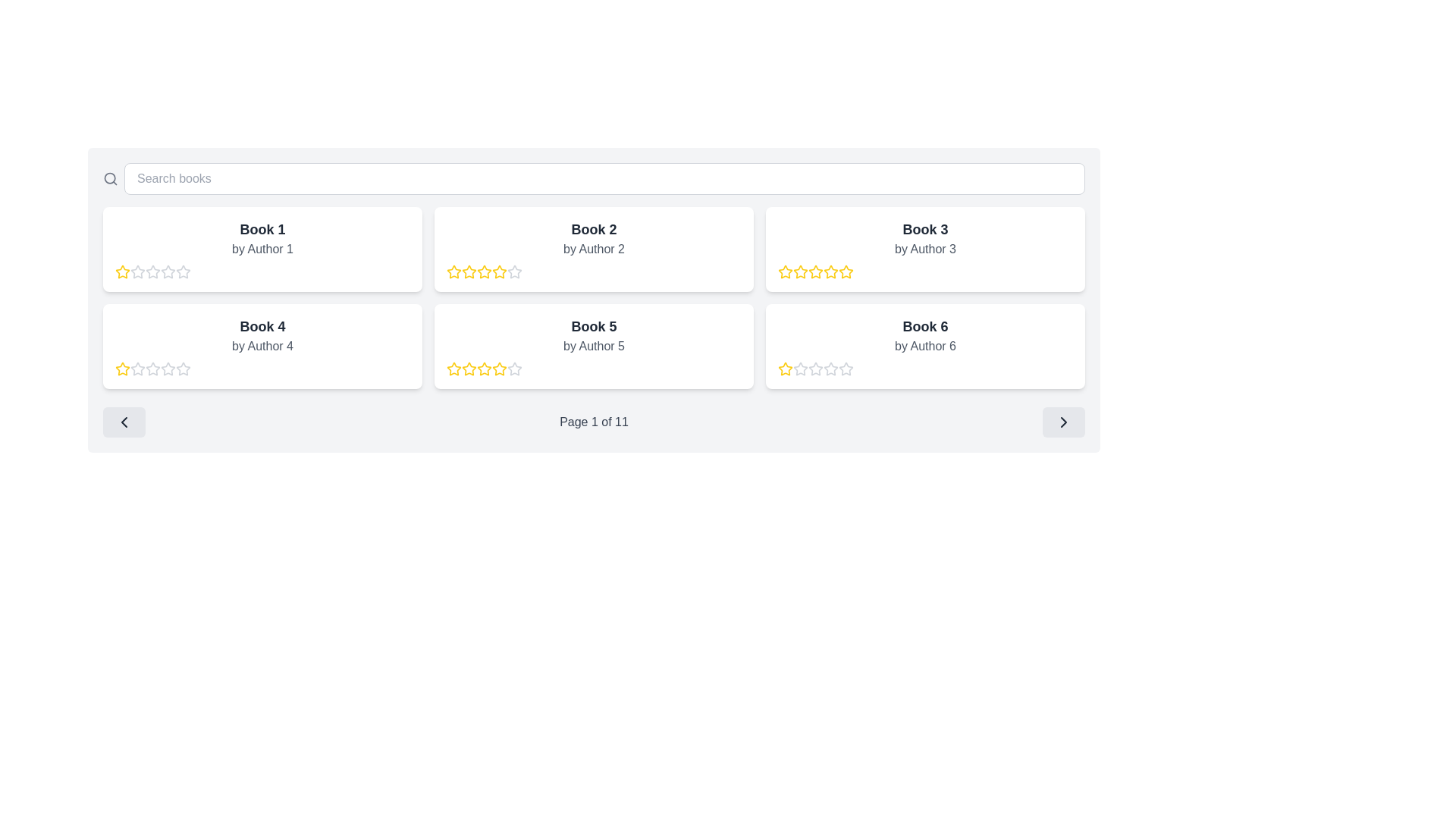  I want to click on the first star icon in the rating component of the 'Book 3' card, so click(785, 271).